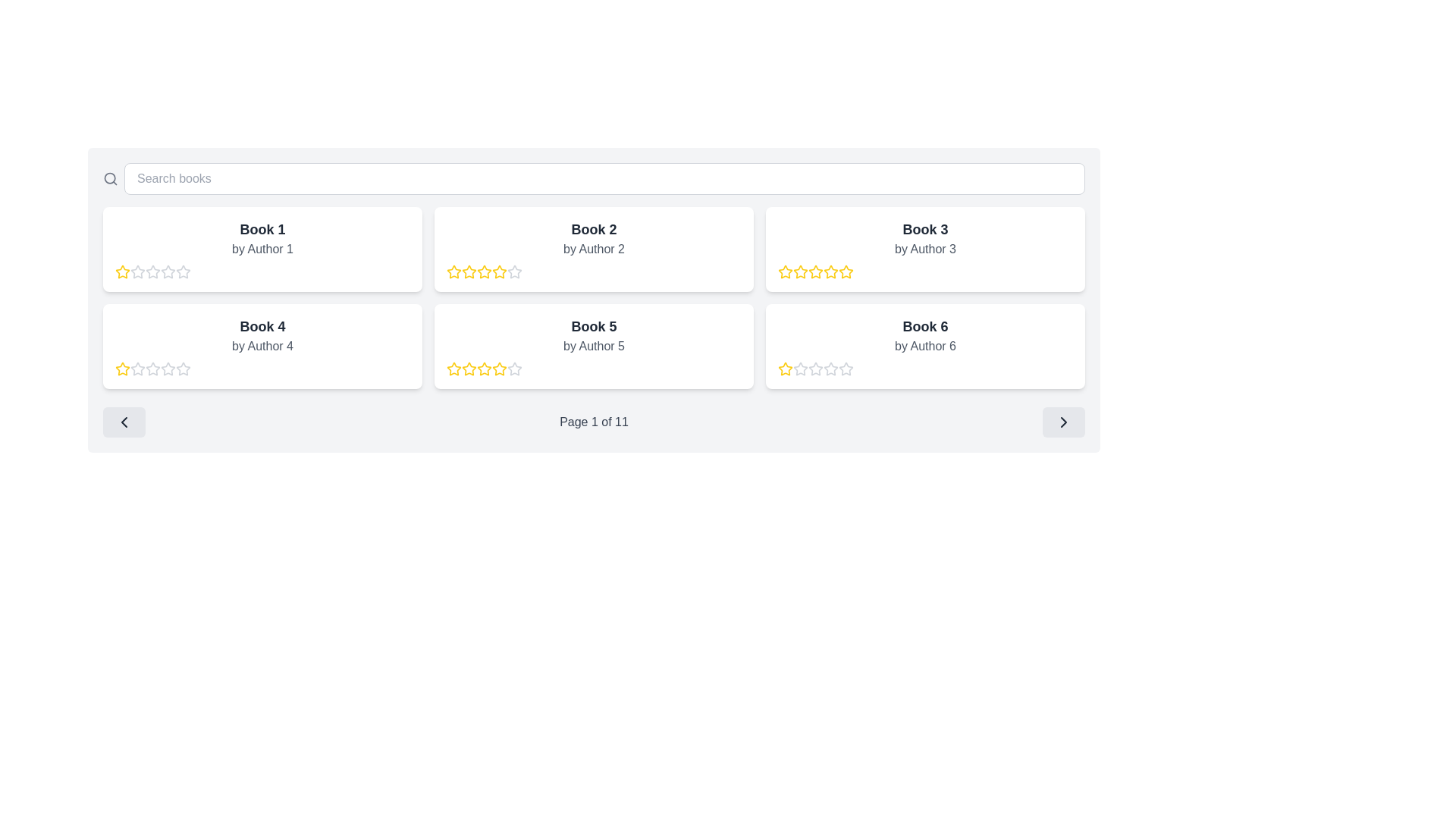  I want to click on the first star icon in the rating component of the 'Book 3' card, so click(785, 271).